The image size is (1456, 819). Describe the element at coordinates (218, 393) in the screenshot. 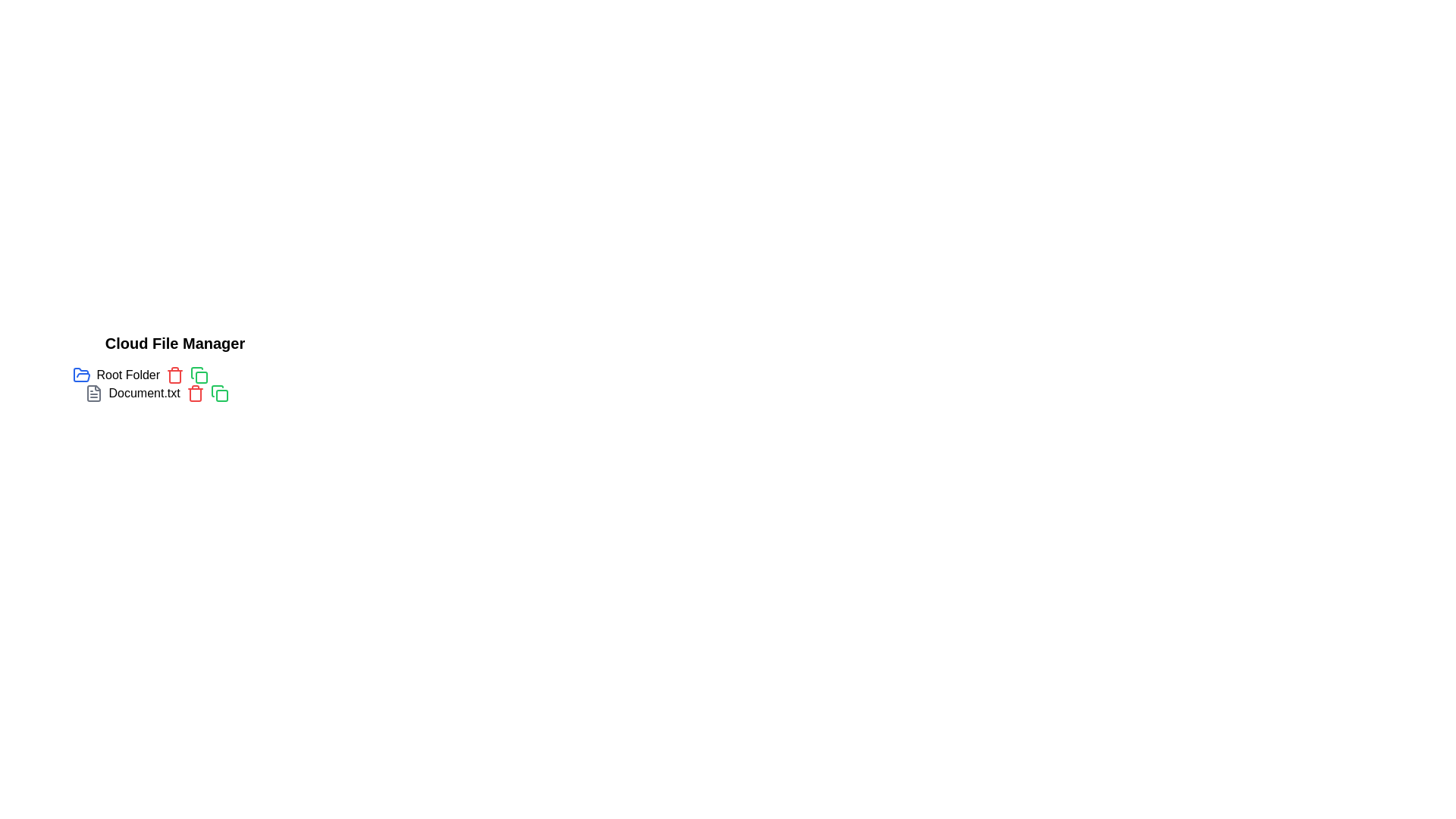

I see `the green copy symbol icon, located in the same row as 'Document.txt'` at that location.